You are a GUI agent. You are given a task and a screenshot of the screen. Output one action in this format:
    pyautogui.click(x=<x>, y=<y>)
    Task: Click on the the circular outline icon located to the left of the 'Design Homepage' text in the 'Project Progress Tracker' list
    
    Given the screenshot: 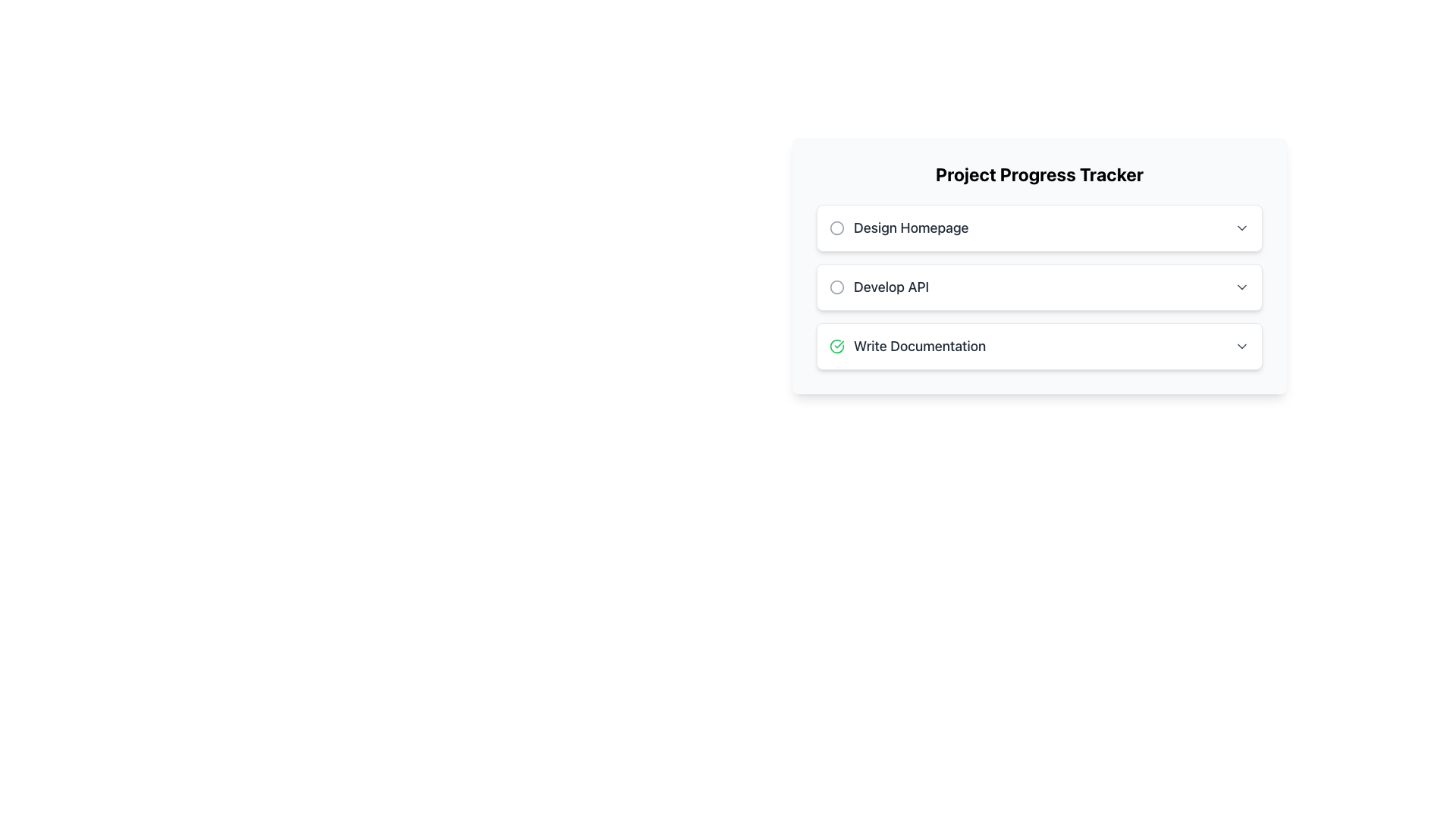 What is the action you would take?
    pyautogui.click(x=836, y=227)
    